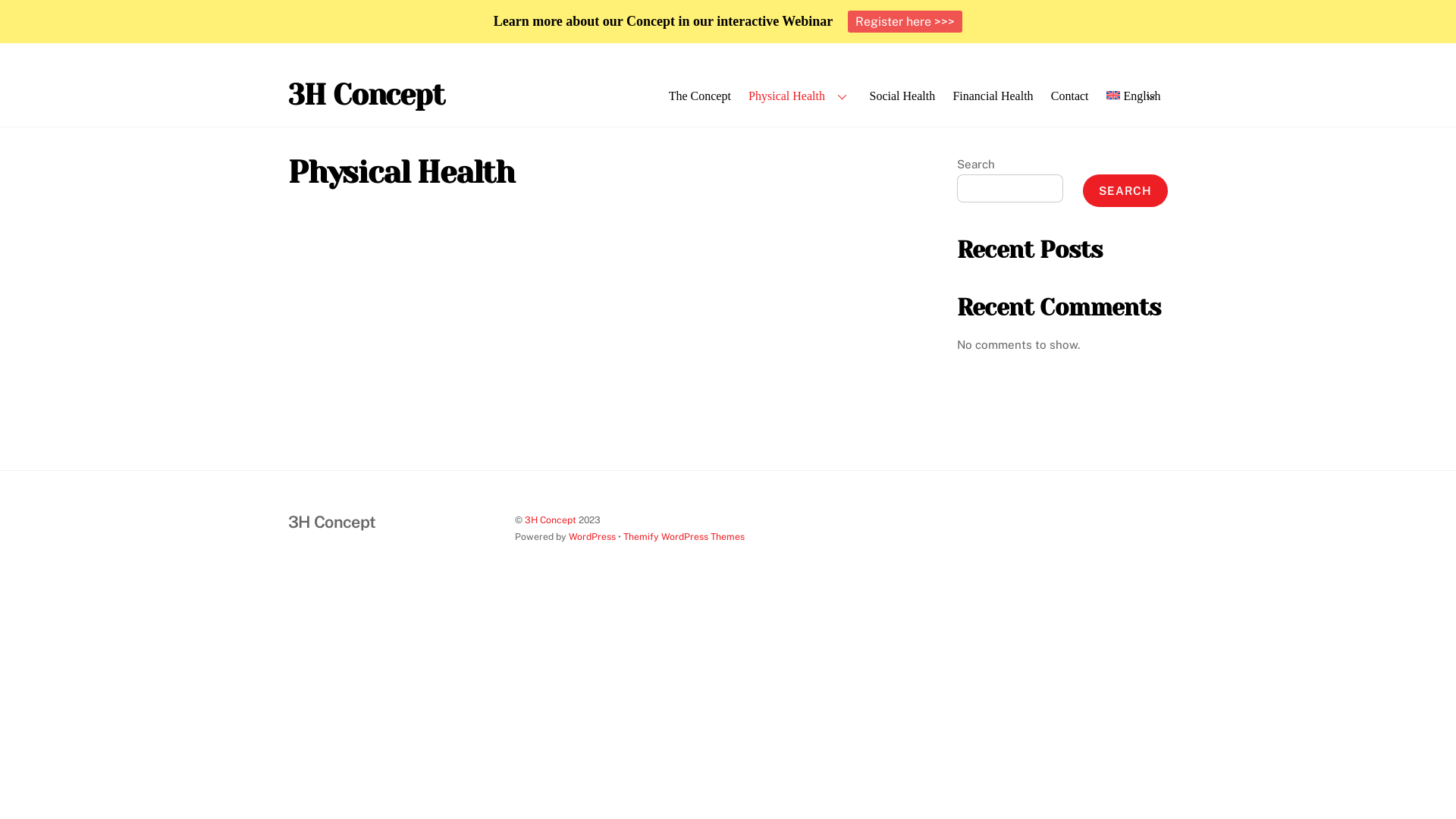 The image size is (1456, 819). Describe the element at coordinates (591, 535) in the screenshot. I see `'WordPress'` at that location.